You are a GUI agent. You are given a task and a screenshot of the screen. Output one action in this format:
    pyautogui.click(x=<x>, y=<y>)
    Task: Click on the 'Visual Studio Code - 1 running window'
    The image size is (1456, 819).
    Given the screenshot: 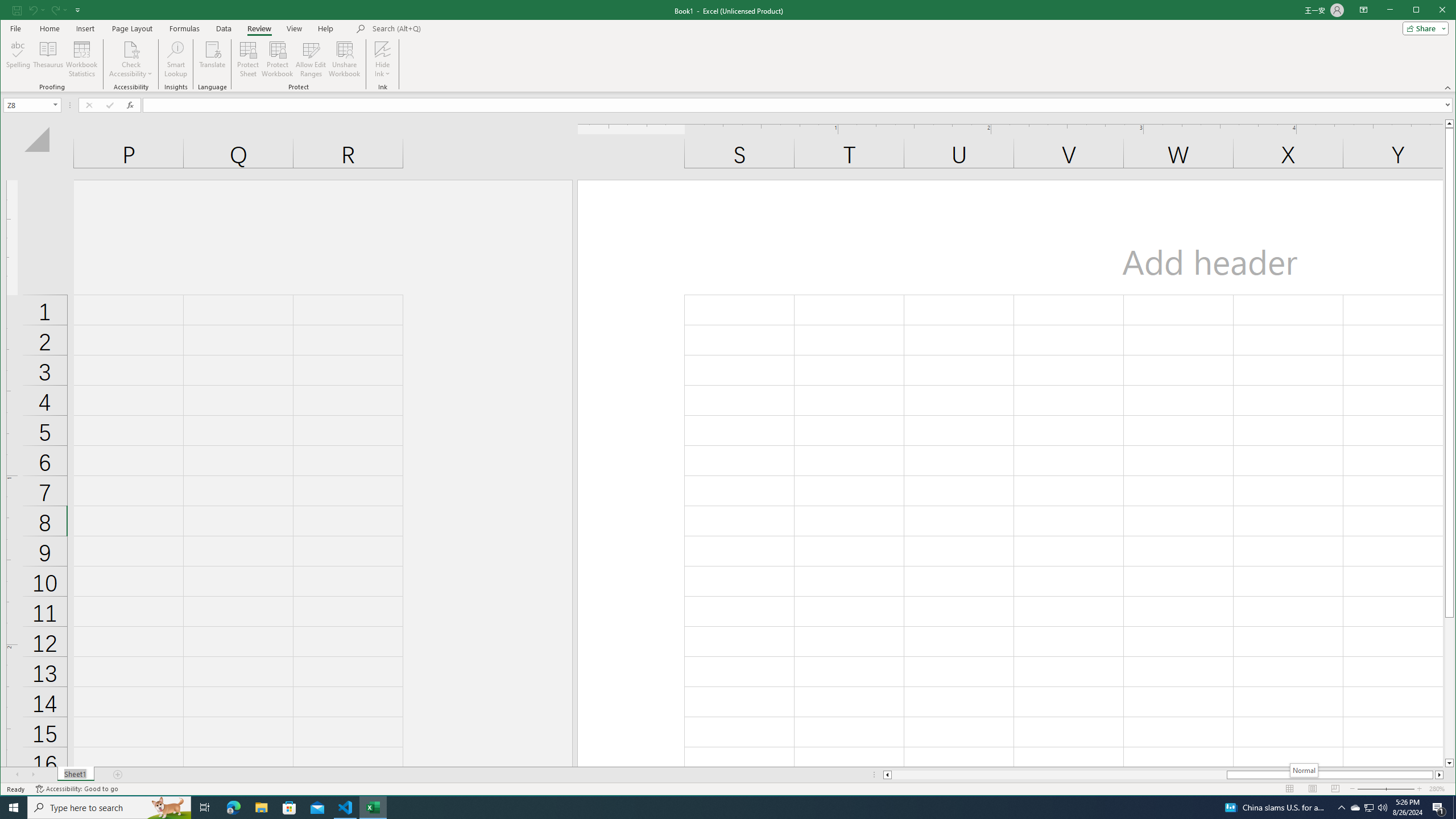 What is the action you would take?
    pyautogui.click(x=345, y=806)
    